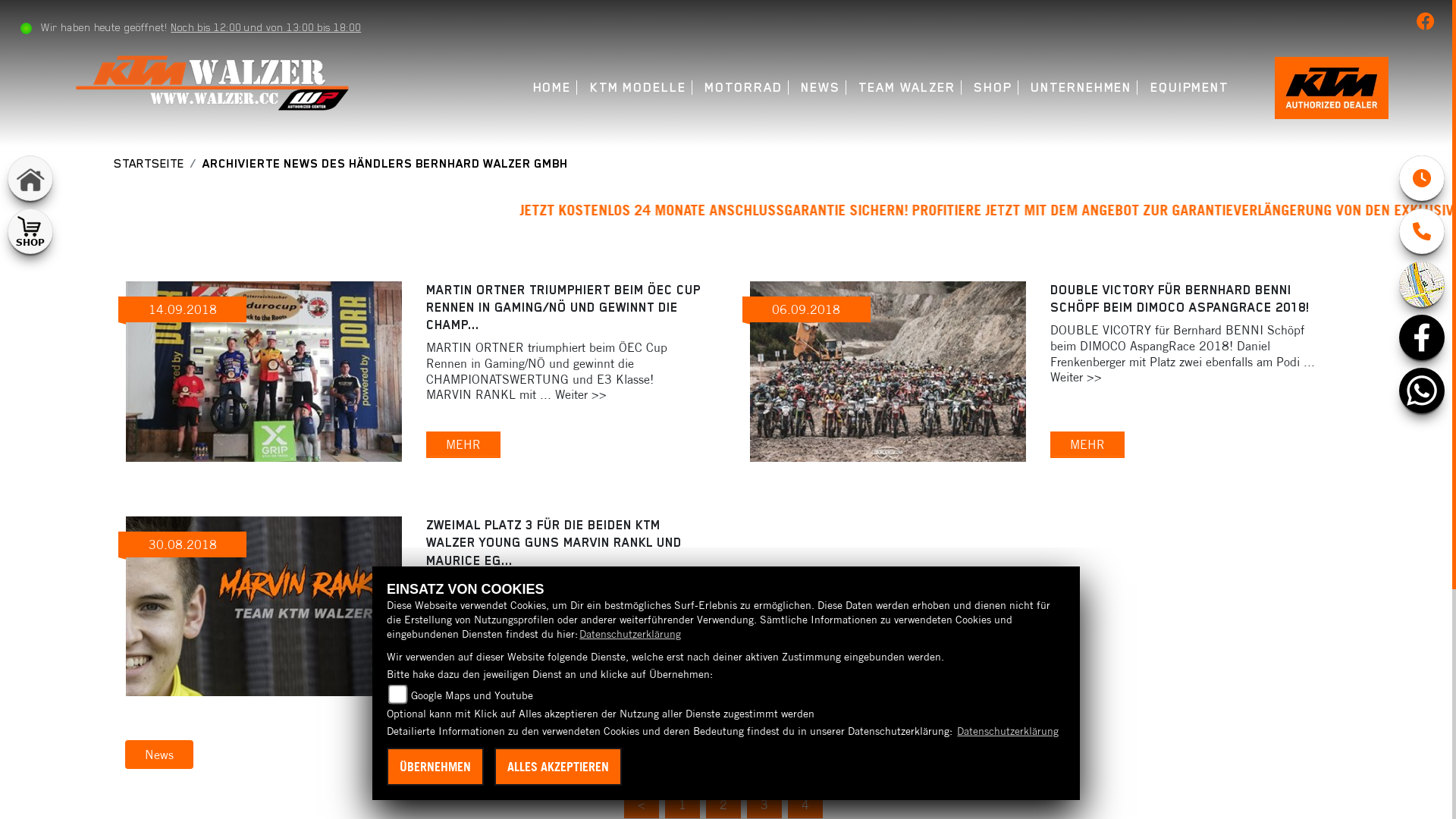 This screenshot has width=1456, height=819. Describe the element at coordinates (1398, 336) in the screenshot. I see `'Facebook'` at that location.